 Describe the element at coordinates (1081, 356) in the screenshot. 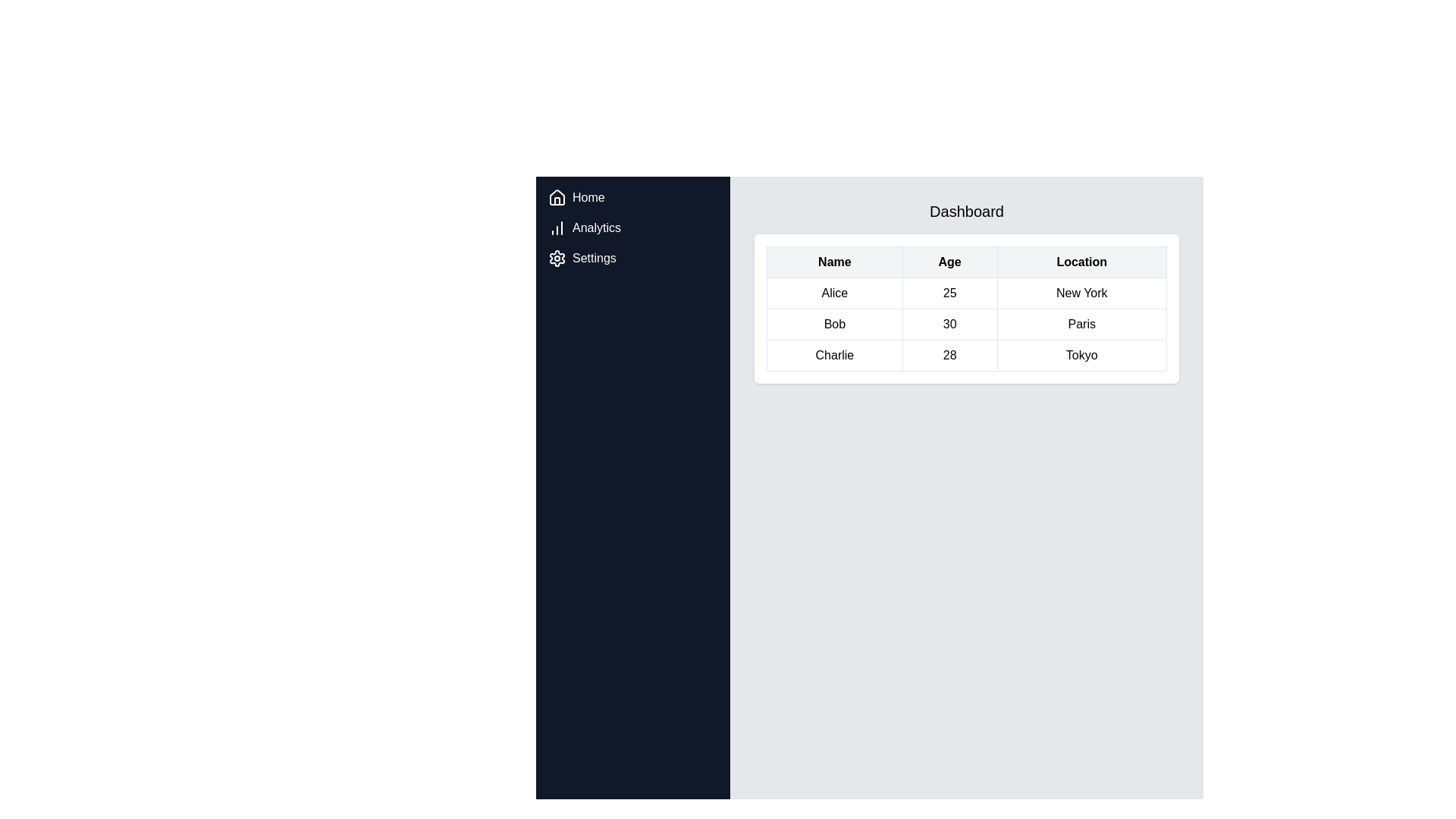

I see `the read-only label displaying 'Tokyo' located in the third row of the table under the 'Location' column` at that location.